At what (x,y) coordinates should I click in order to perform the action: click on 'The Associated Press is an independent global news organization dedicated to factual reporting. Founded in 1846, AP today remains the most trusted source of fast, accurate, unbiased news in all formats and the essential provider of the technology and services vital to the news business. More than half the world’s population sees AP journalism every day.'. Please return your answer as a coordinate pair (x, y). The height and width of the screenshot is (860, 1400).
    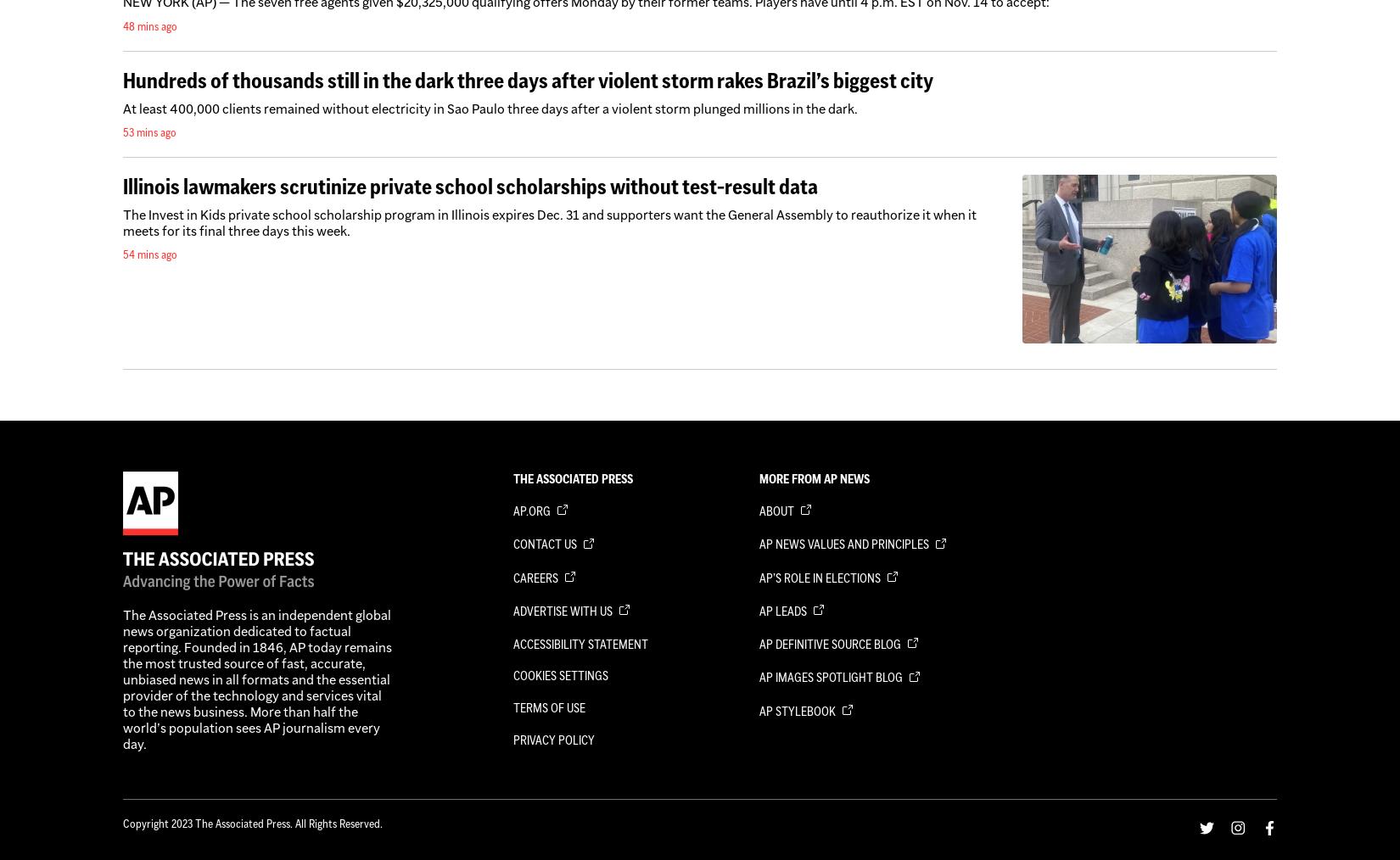
    Looking at the image, I should click on (257, 679).